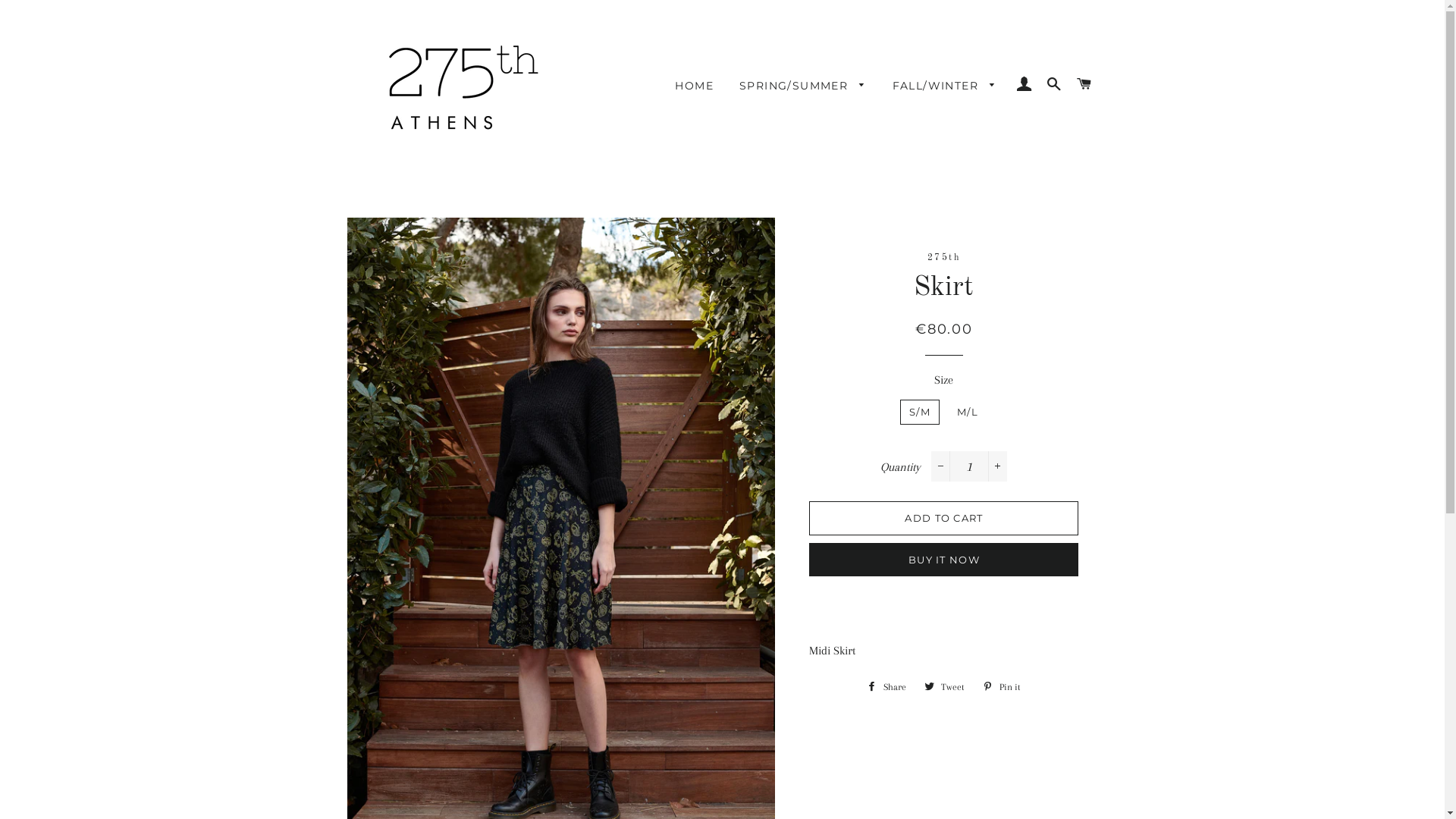 Image resolution: width=1456 pixels, height=819 pixels. What do you see at coordinates (693, 86) in the screenshot?
I see `'HOME'` at bounding box center [693, 86].